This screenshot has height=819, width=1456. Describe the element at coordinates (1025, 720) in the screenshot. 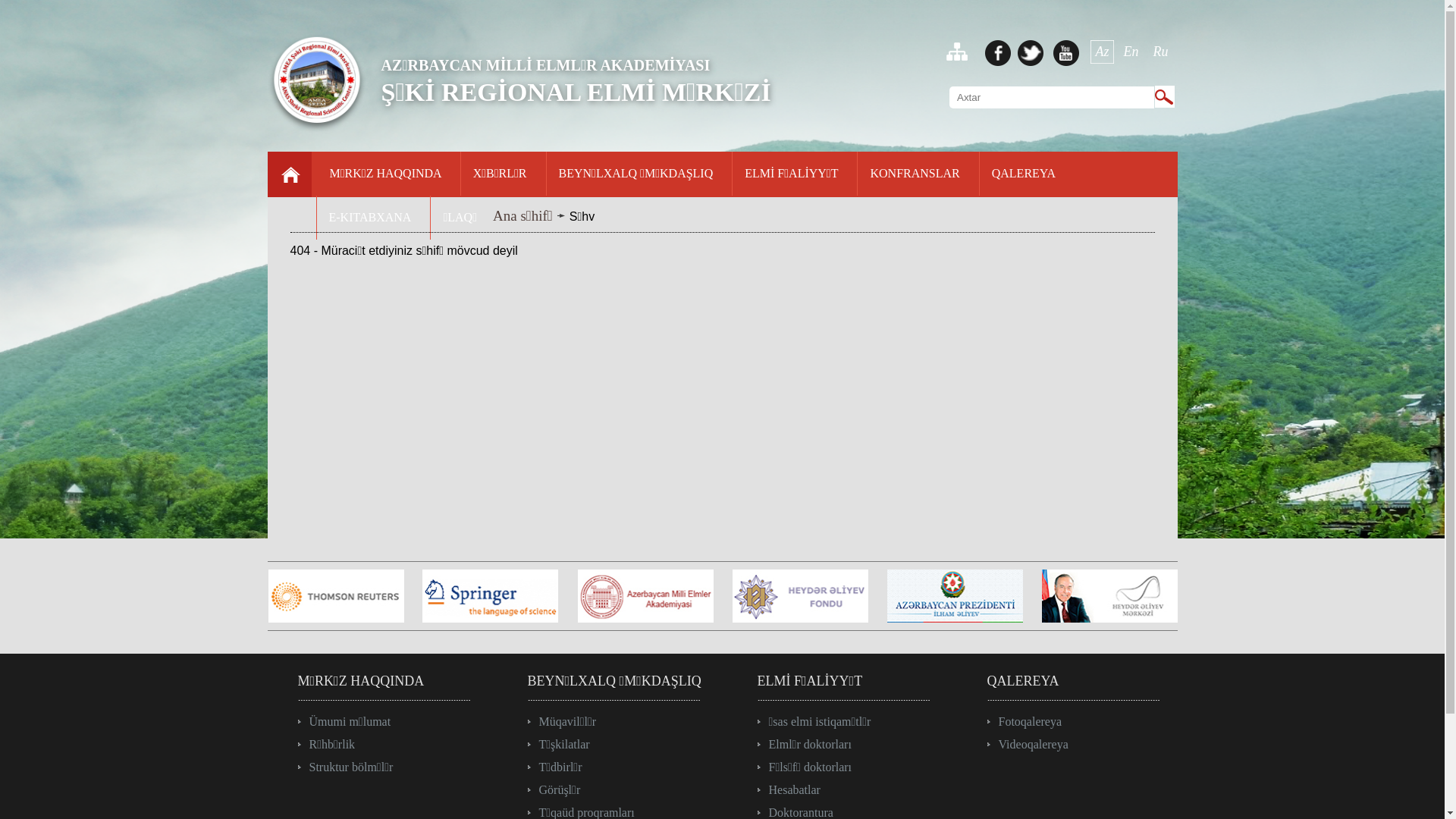

I see `'Fotoqalereya'` at that location.